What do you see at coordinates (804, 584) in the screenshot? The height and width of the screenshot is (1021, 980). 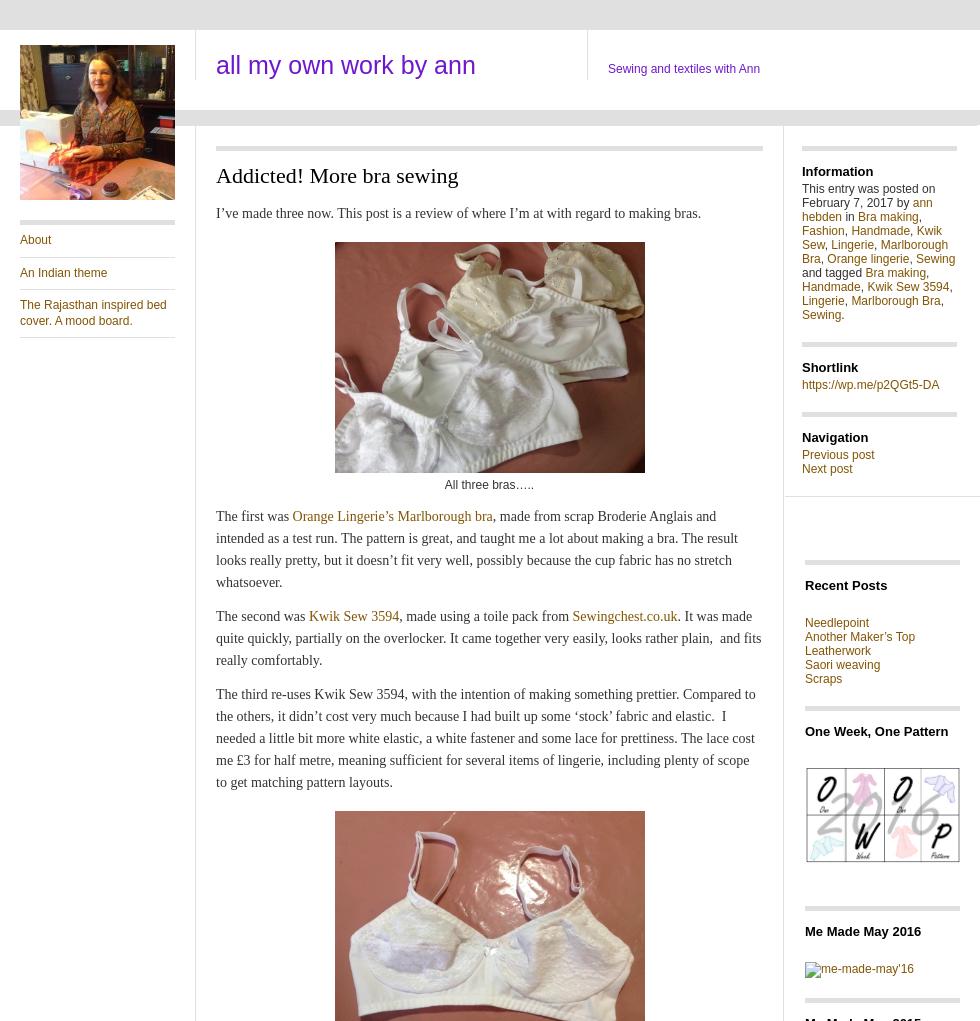 I see `'Recent Posts'` at bounding box center [804, 584].